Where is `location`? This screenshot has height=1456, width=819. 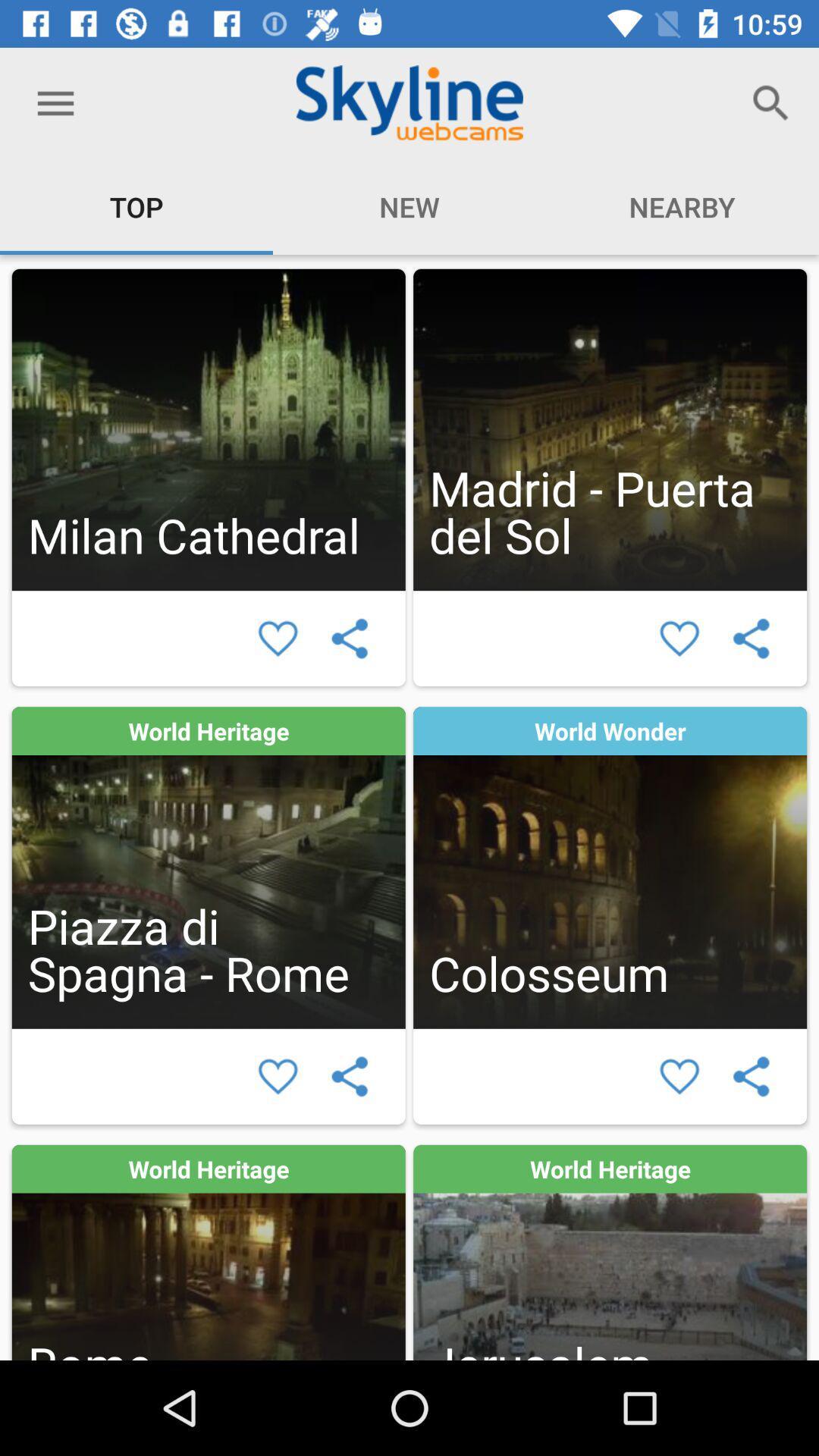
location is located at coordinates (609, 868).